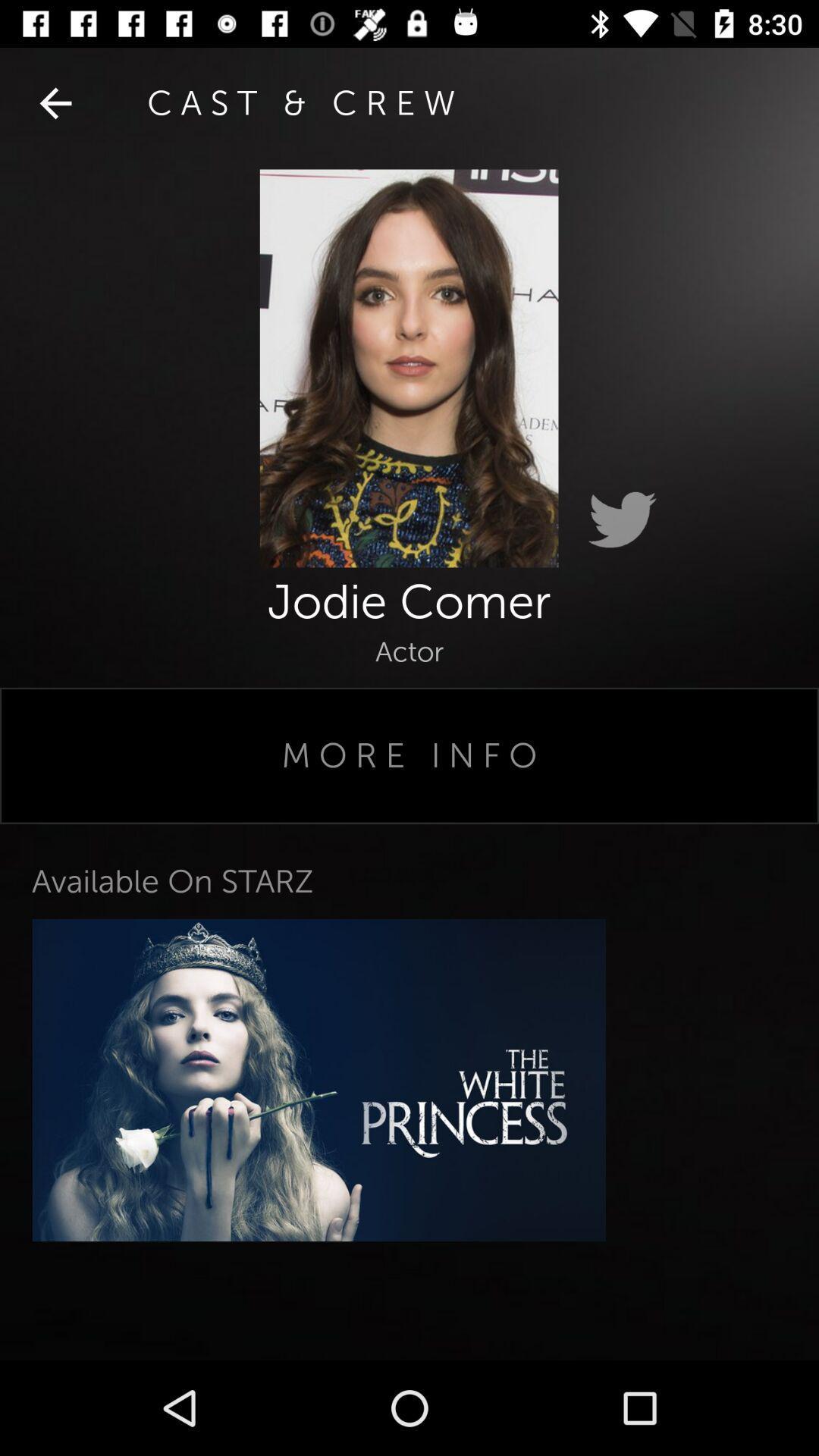  I want to click on more info item, so click(409, 755).